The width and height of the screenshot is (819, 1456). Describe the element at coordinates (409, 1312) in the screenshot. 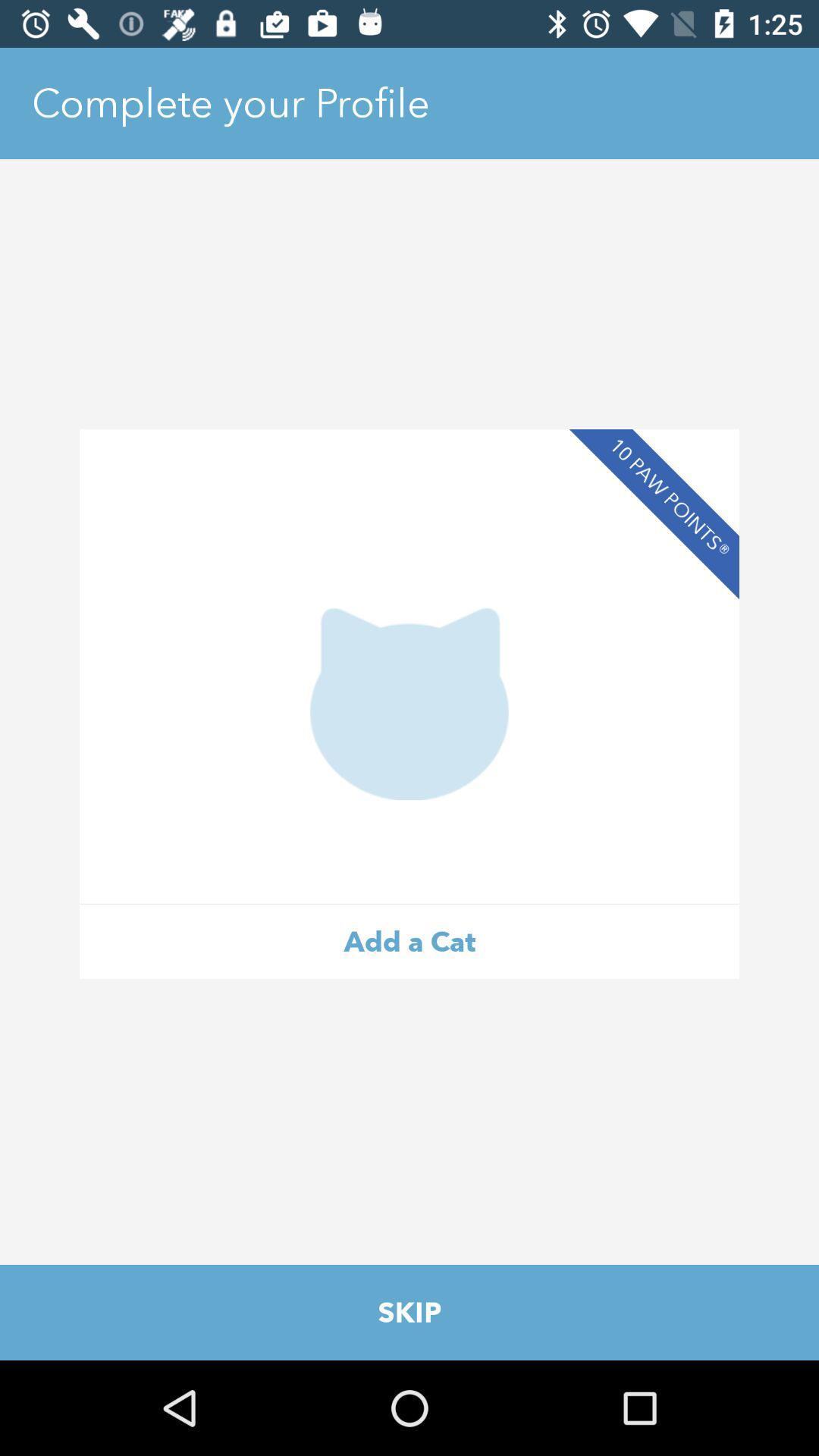

I see `the item below the add a cat` at that location.